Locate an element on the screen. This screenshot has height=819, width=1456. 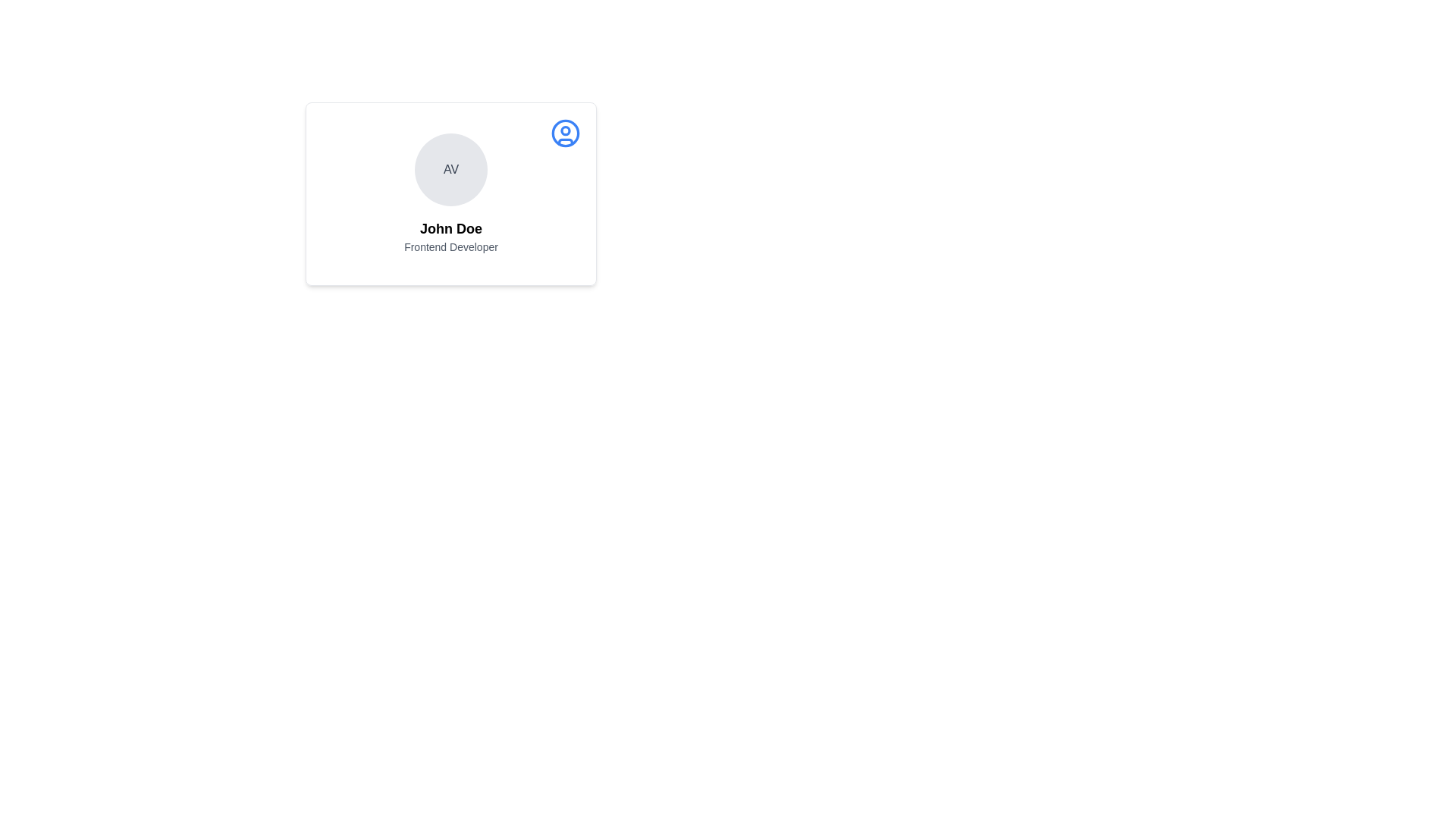
text label displaying 'John Doe', which is styled in bold and positioned below the circular placeholder with initials 'AV' is located at coordinates (450, 228).